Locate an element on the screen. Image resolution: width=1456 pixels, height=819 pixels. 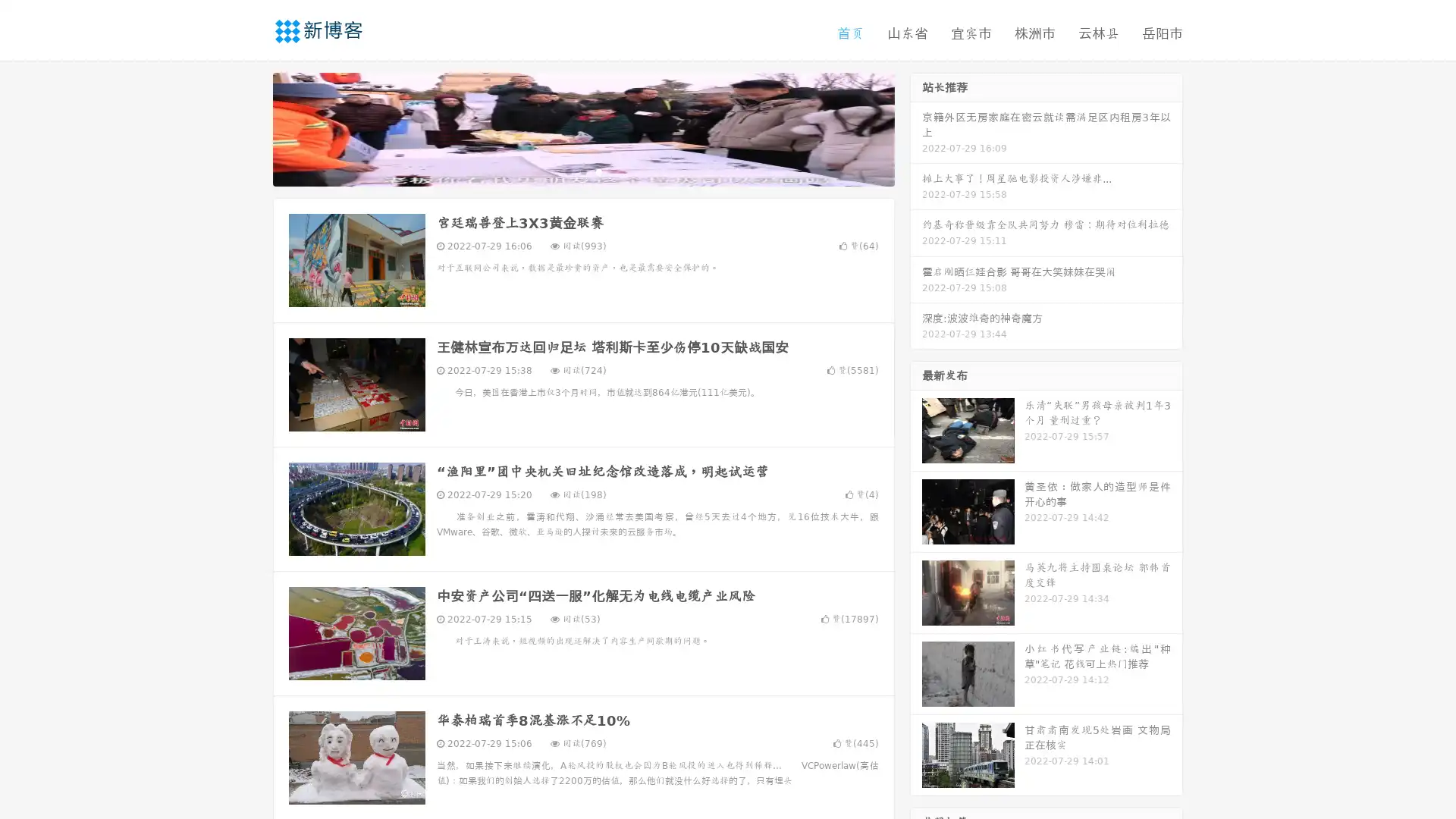
Go to slide 3 is located at coordinates (598, 171).